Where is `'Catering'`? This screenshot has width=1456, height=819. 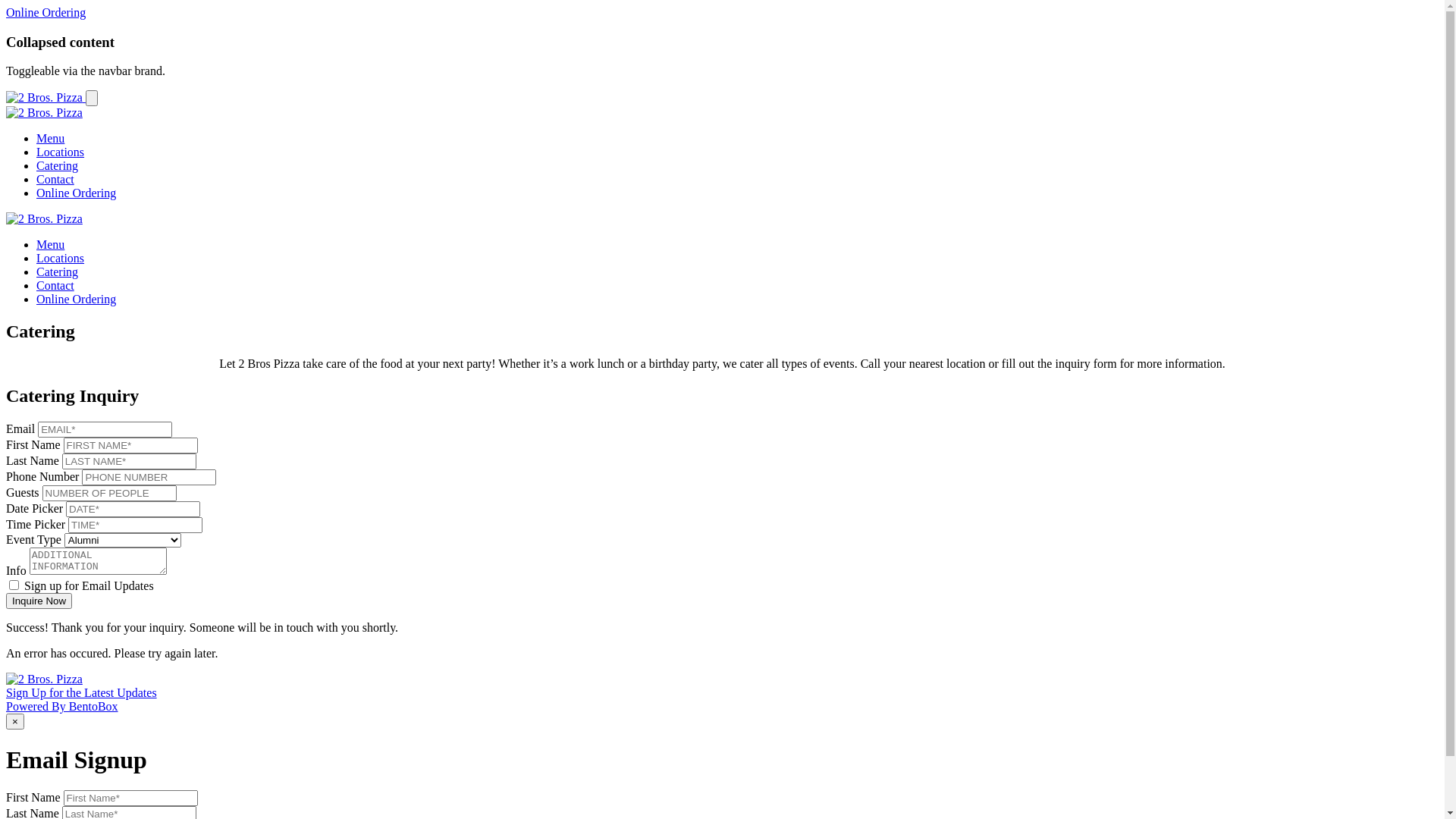 'Catering' is located at coordinates (57, 165).